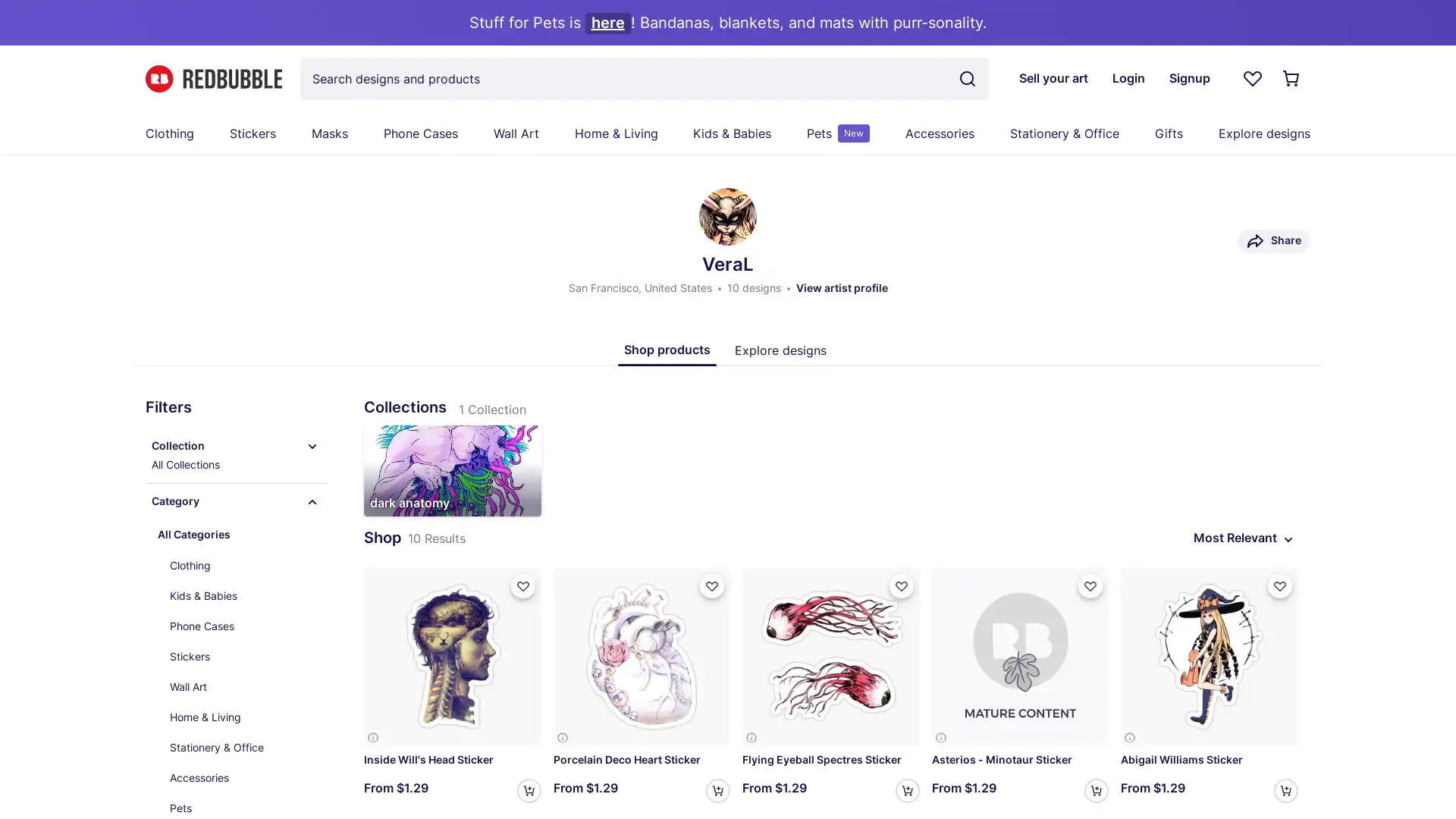 This screenshot has width=1456, height=819. I want to click on Favorite, so click(1090, 585).